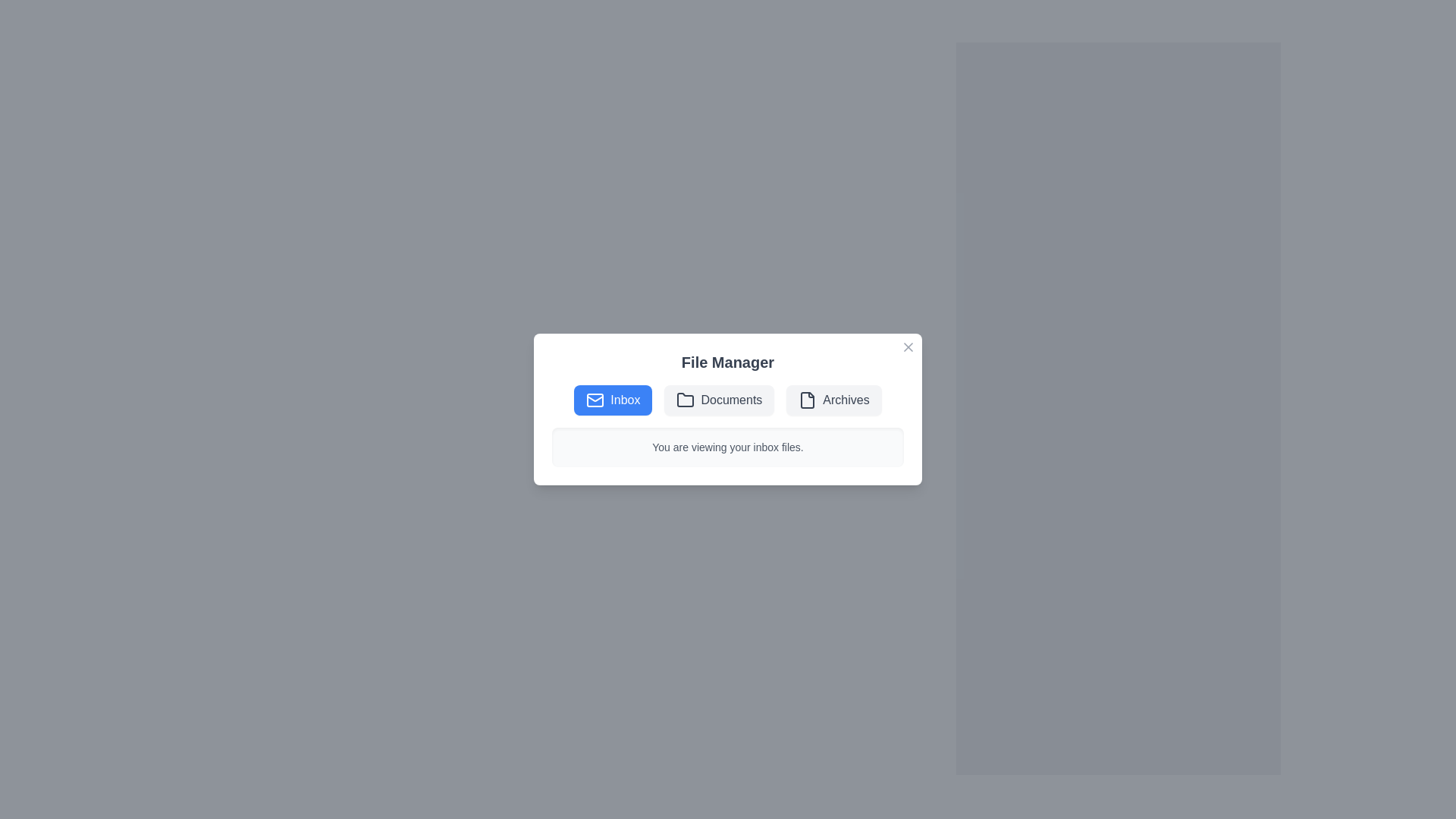  Describe the element at coordinates (595, 400) in the screenshot. I see `the 'Inbox' icon located inside the blue button on the left side of the toolbar in the 'File Manager' modal` at that location.